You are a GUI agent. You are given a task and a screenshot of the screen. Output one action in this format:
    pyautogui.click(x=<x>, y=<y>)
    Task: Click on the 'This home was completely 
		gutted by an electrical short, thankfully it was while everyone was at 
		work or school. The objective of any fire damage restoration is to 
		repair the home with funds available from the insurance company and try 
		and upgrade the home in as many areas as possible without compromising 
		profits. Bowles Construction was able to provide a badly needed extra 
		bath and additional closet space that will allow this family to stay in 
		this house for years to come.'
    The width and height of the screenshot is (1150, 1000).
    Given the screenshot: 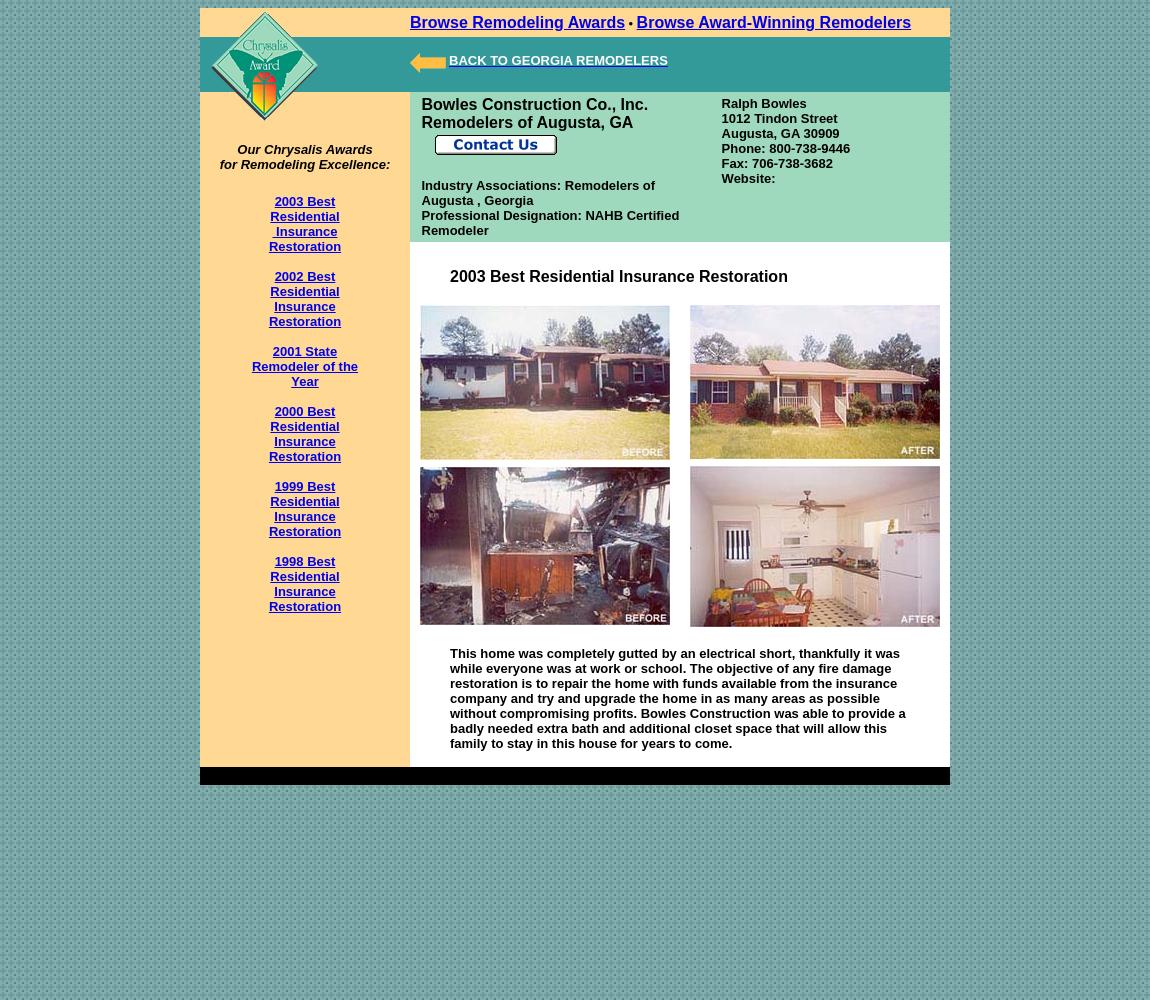 What is the action you would take?
    pyautogui.click(x=449, y=696)
    